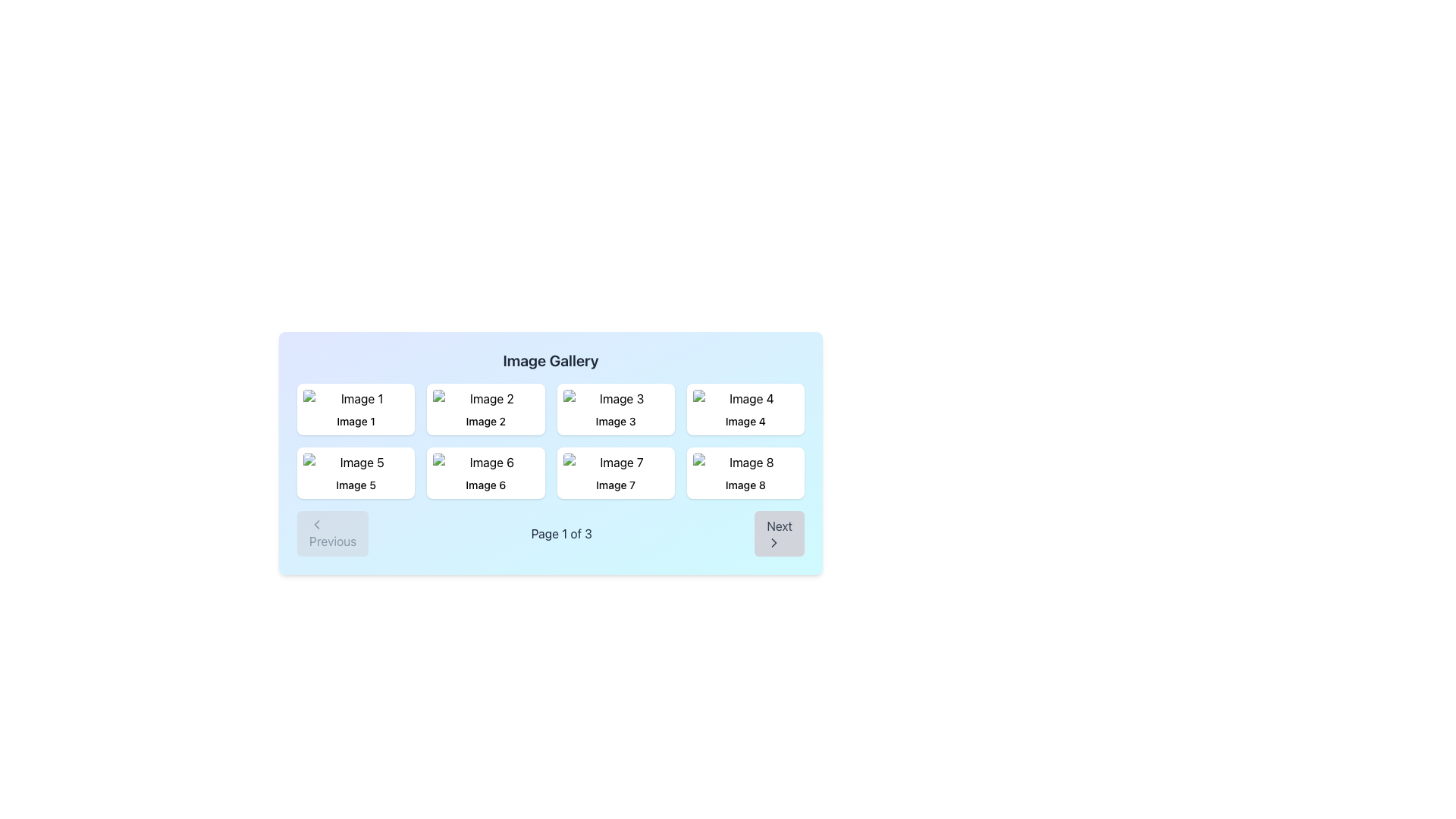  Describe the element at coordinates (745, 421) in the screenshot. I see `text label located in the fourth card of the top row of the image gallery grid, which is positioned below the 'Image 4' placeholder` at that location.